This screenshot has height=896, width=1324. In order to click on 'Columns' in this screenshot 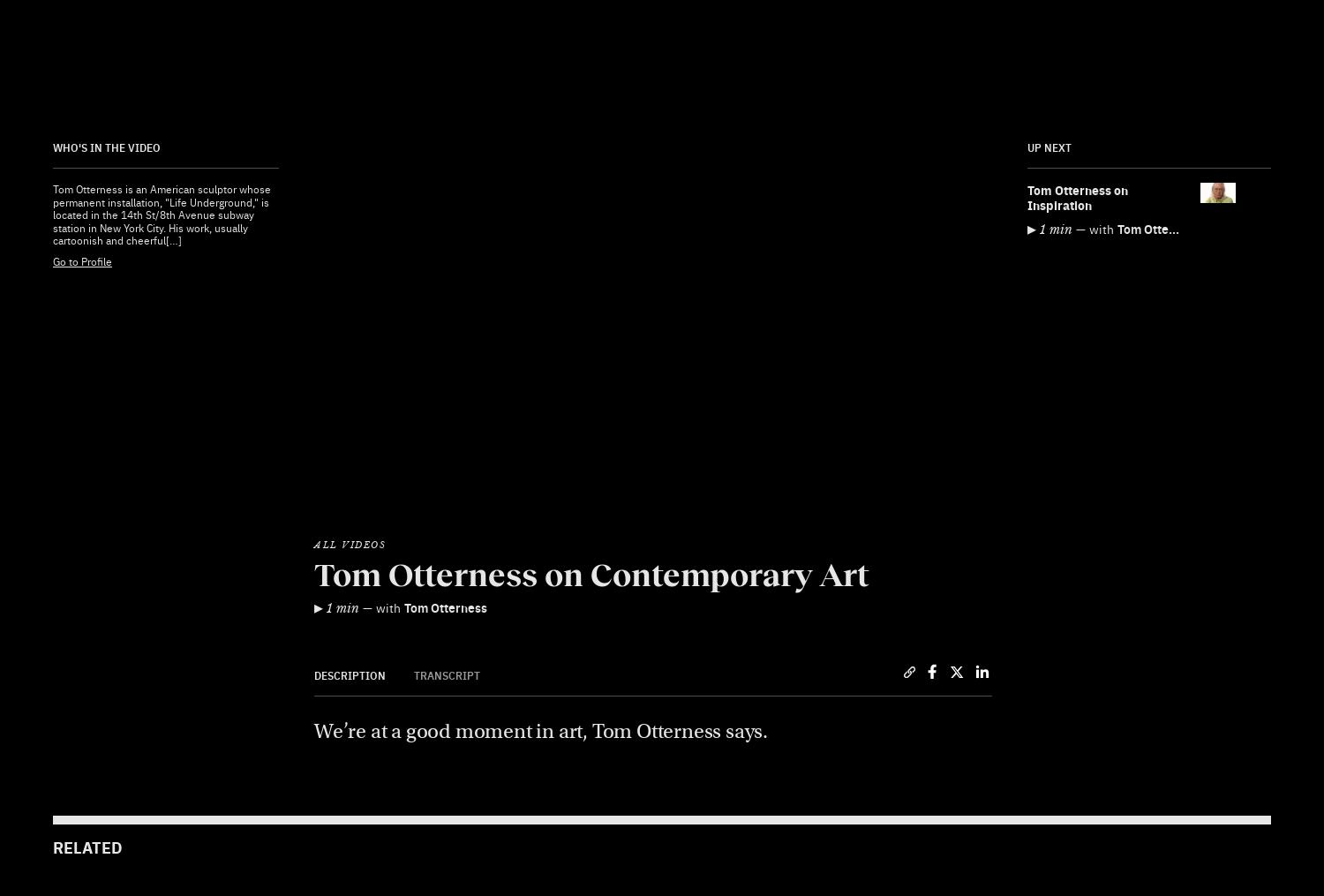, I will do `click(697, 444)`.